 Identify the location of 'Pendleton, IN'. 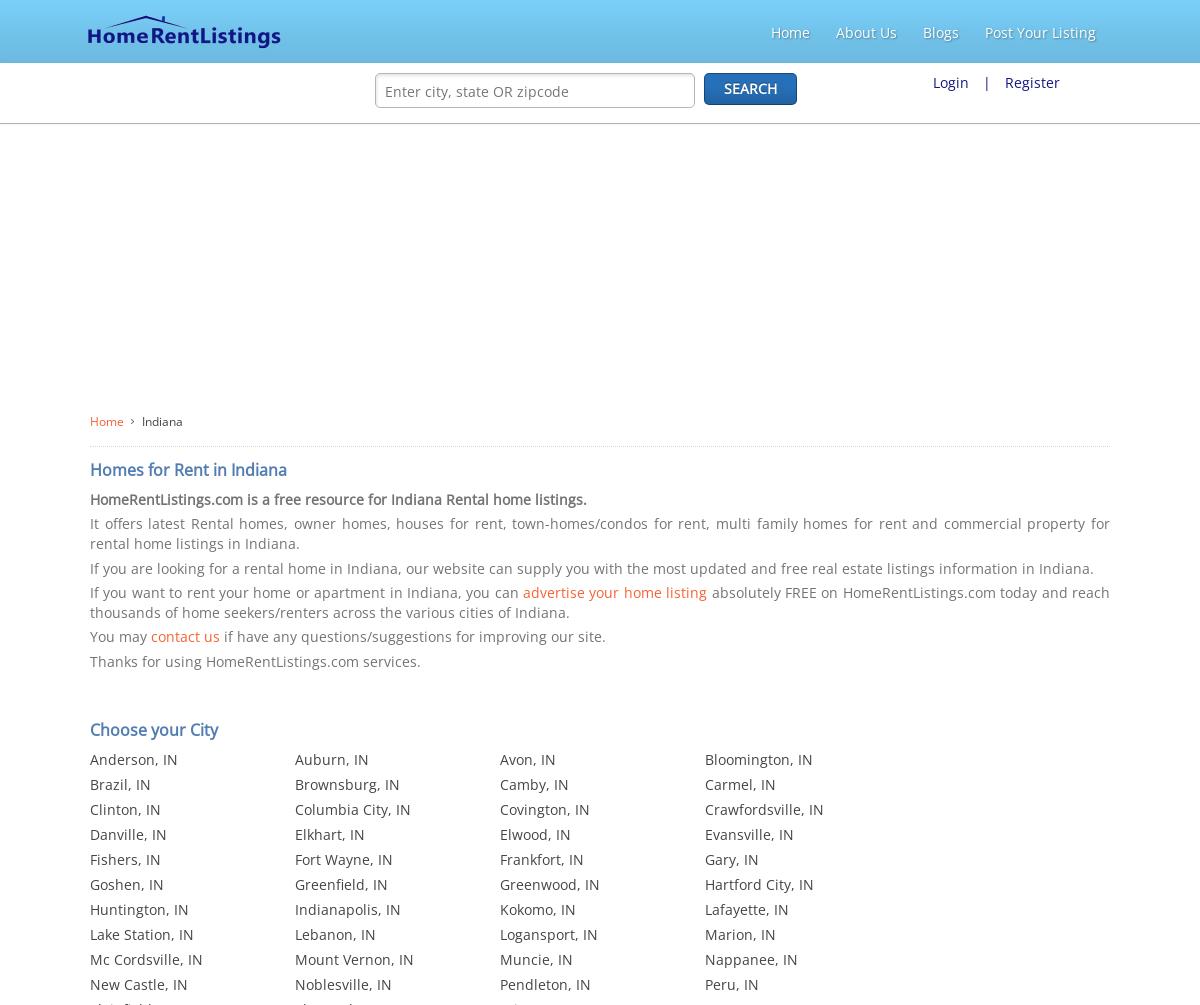
(544, 983).